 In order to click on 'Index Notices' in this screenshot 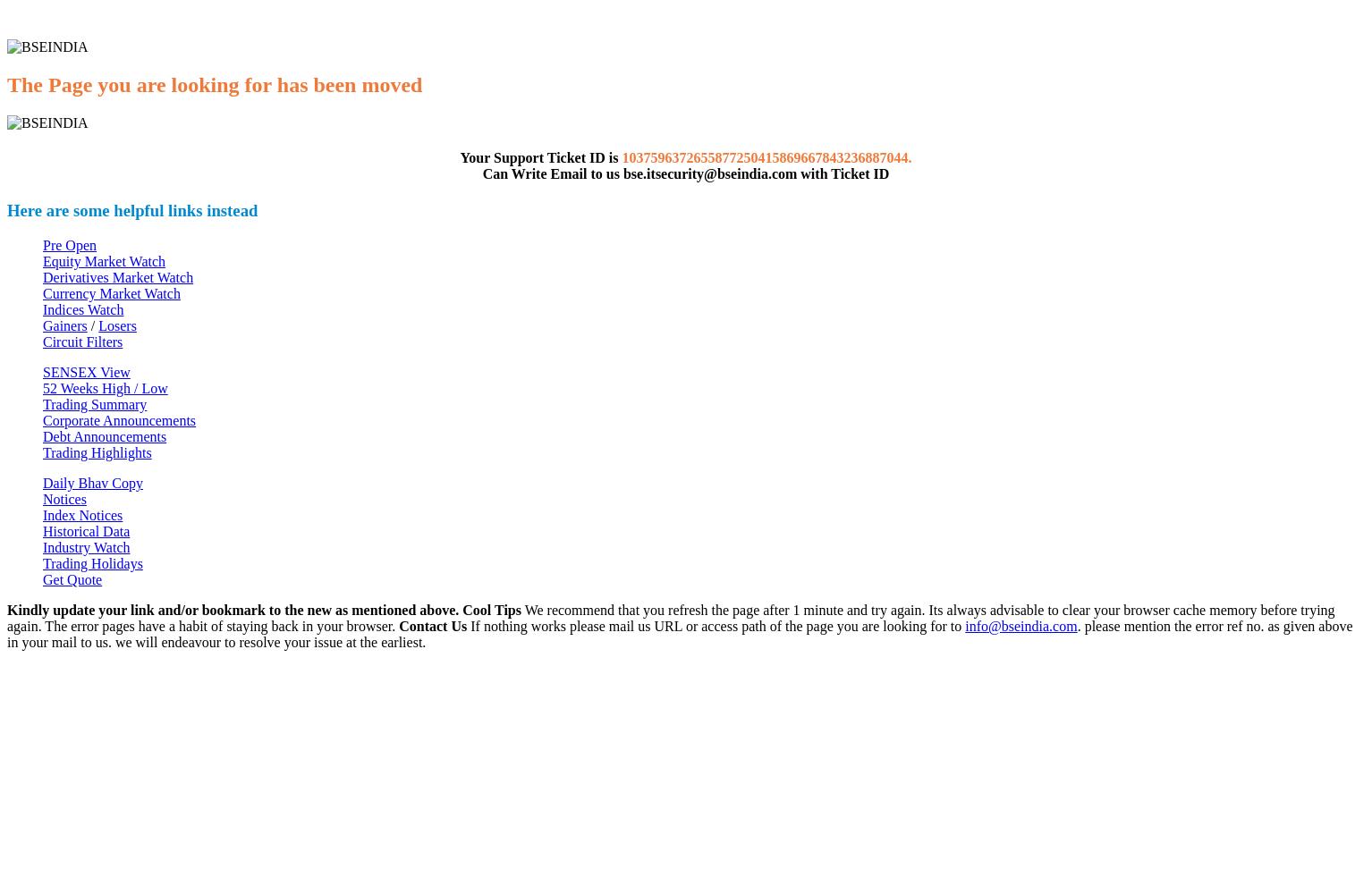, I will do `click(82, 514)`.